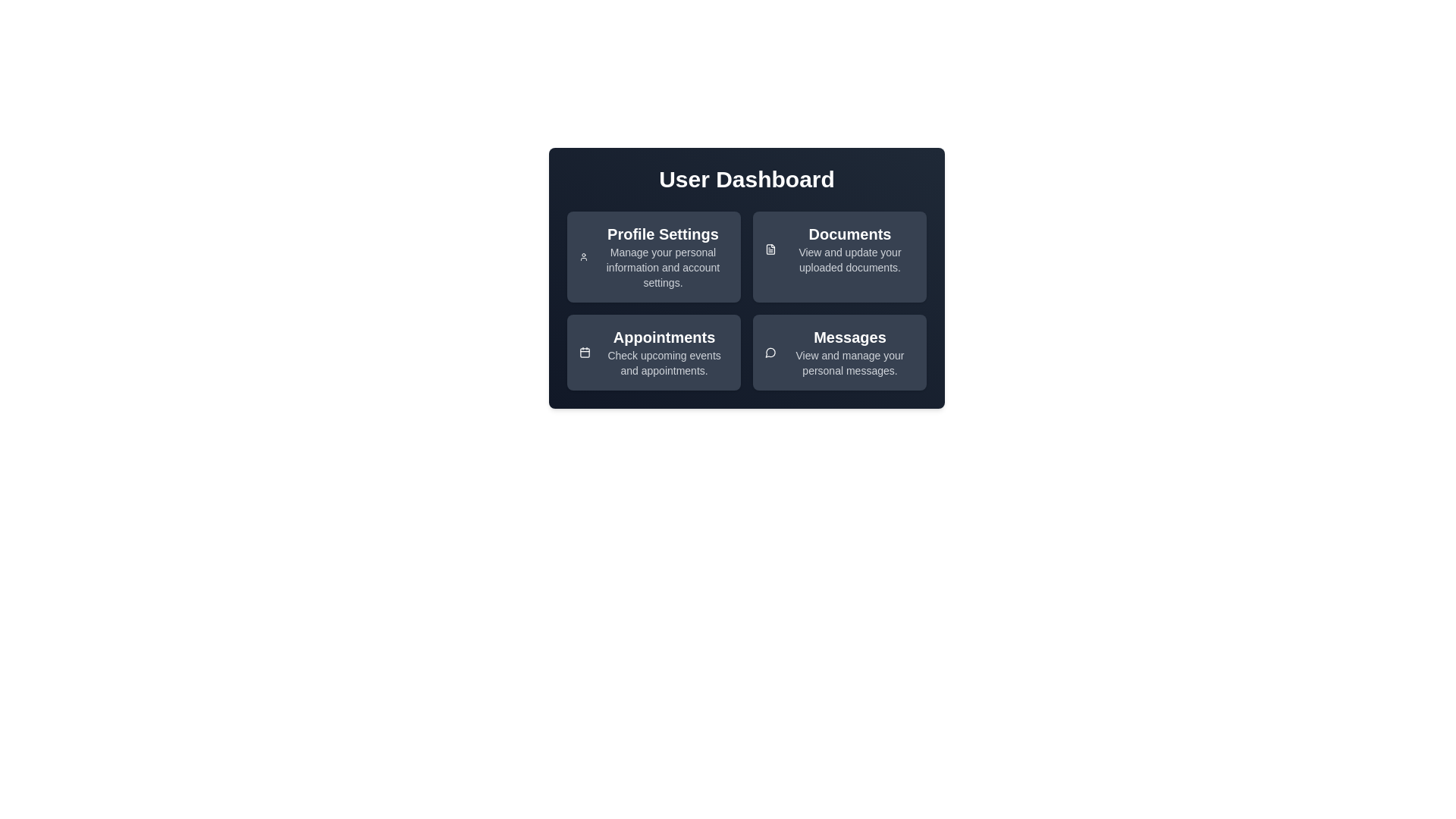 The height and width of the screenshot is (819, 1456). What do you see at coordinates (654, 256) in the screenshot?
I see `the card titled 'Profile Settings'` at bounding box center [654, 256].